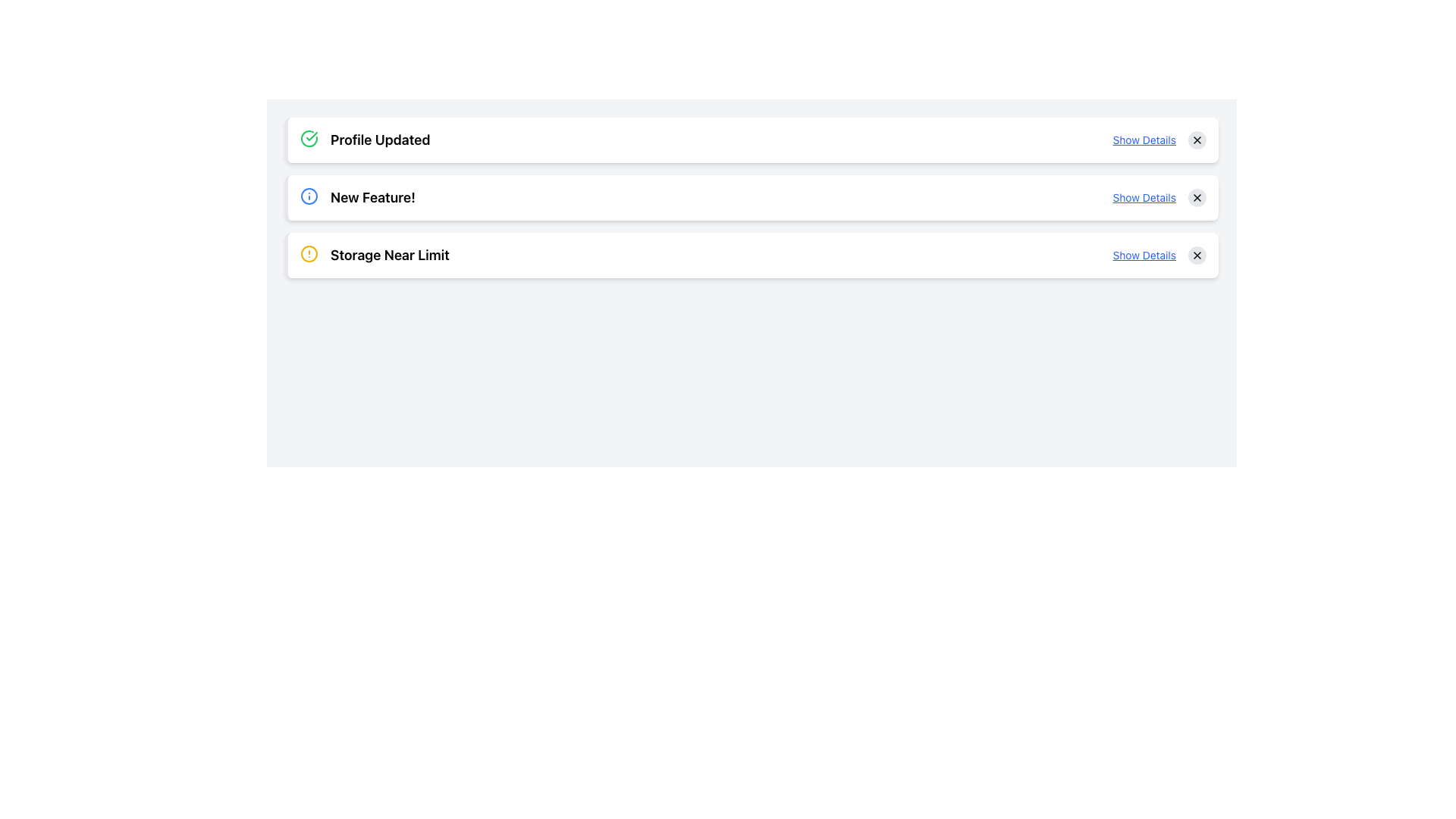 Image resolution: width=1456 pixels, height=819 pixels. What do you see at coordinates (372, 197) in the screenshot?
I see `the text label reading 'New Feature!' which is the second notification in the list, positioned below 'Profile Updated' and above 'Storage Near Limit'` at bounding box center [372, 197].